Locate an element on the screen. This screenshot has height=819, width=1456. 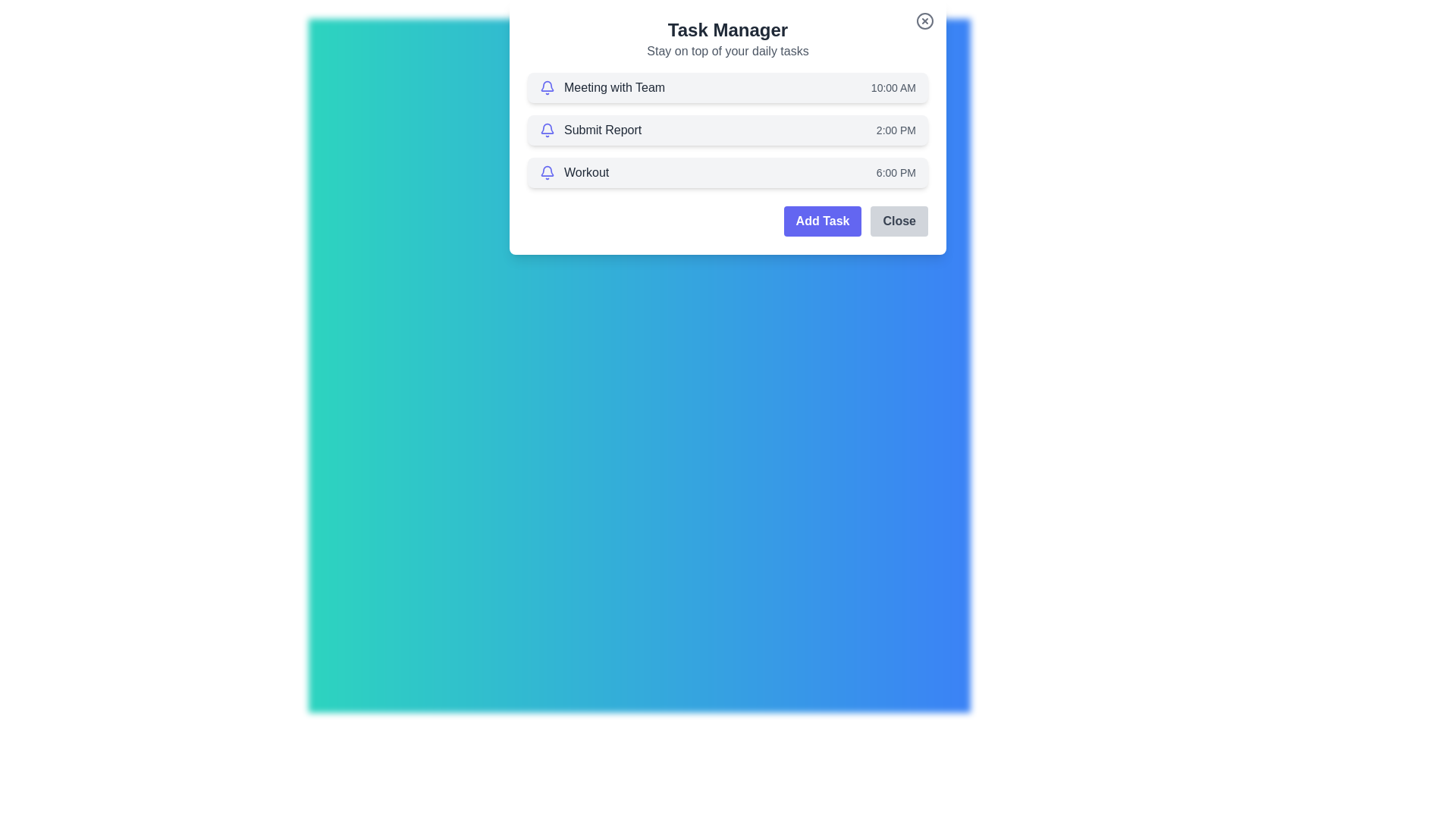
the circular button with a cross shape in its center located in the top-right corner of the 'Task Manager' card is located at coordinates (924, 20).